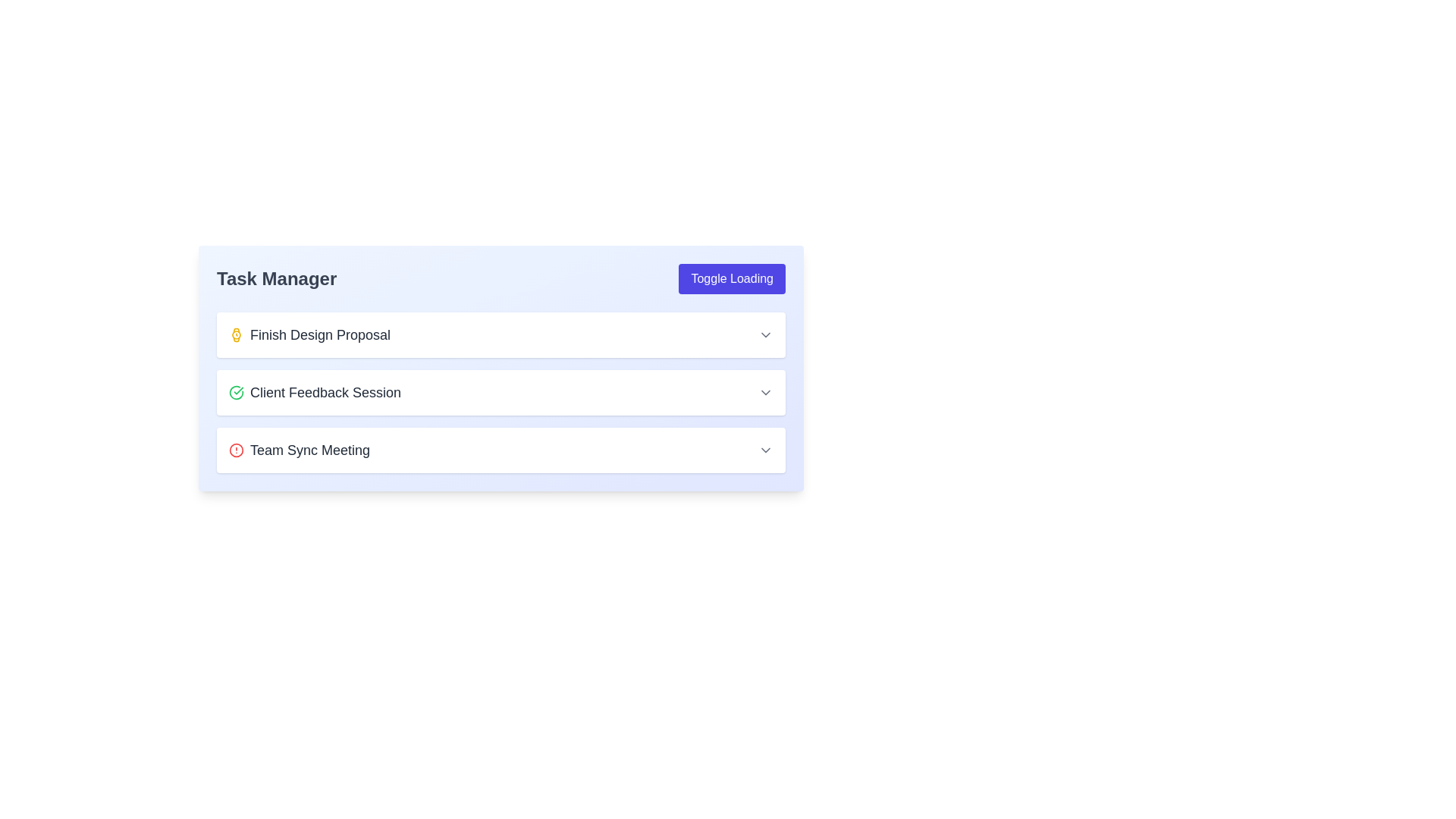  What do you see at coordinates (501, 334) in the screenshot?
I see `the task item titled 'Finish Design Proposal'` at bounding box center [501, 334].